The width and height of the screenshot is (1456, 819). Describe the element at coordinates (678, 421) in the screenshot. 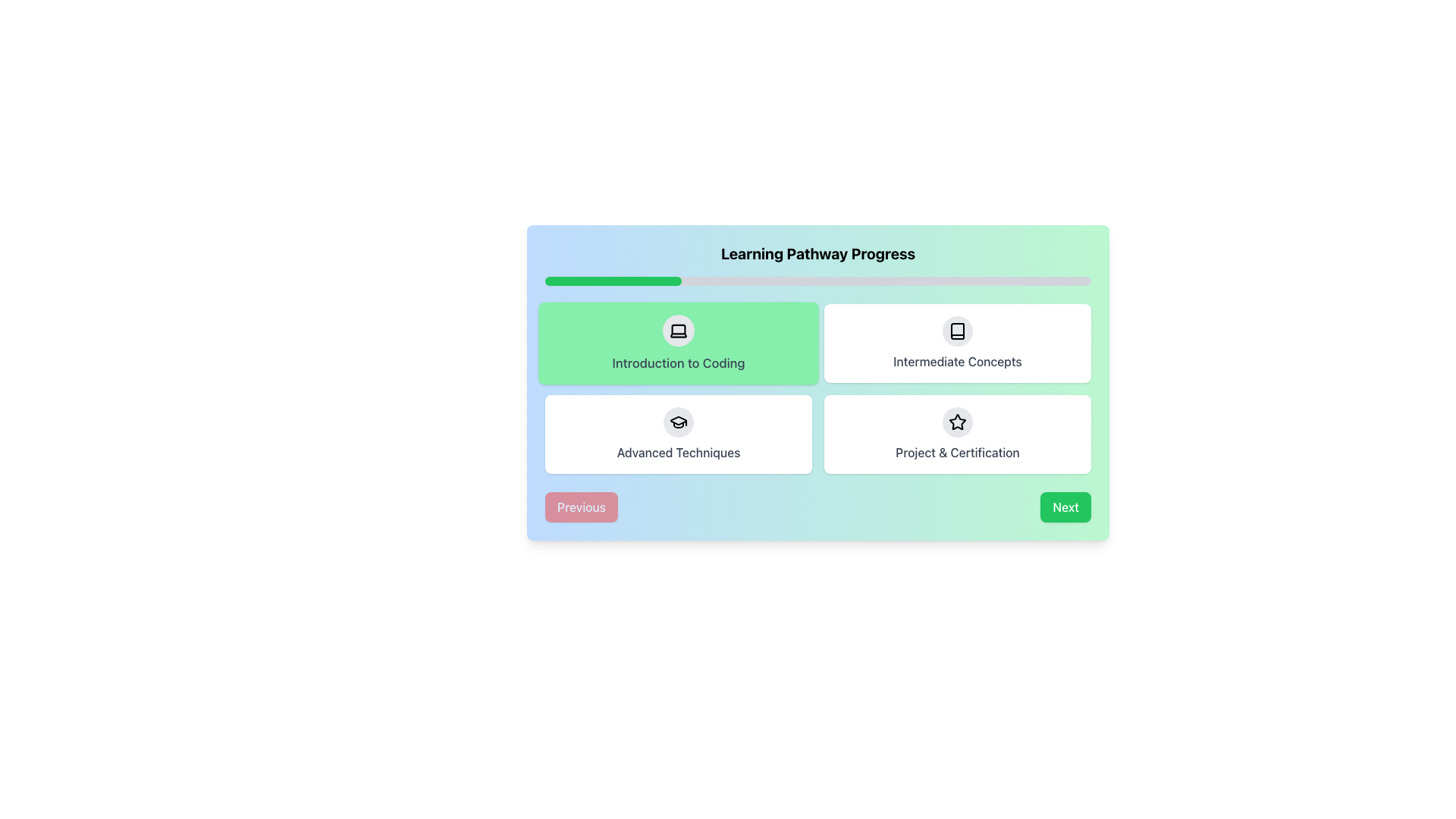

I see `the graduation cap icon located in the bottom-left quadrant of the interface within the 'Advanced Techniques' section` at that location.